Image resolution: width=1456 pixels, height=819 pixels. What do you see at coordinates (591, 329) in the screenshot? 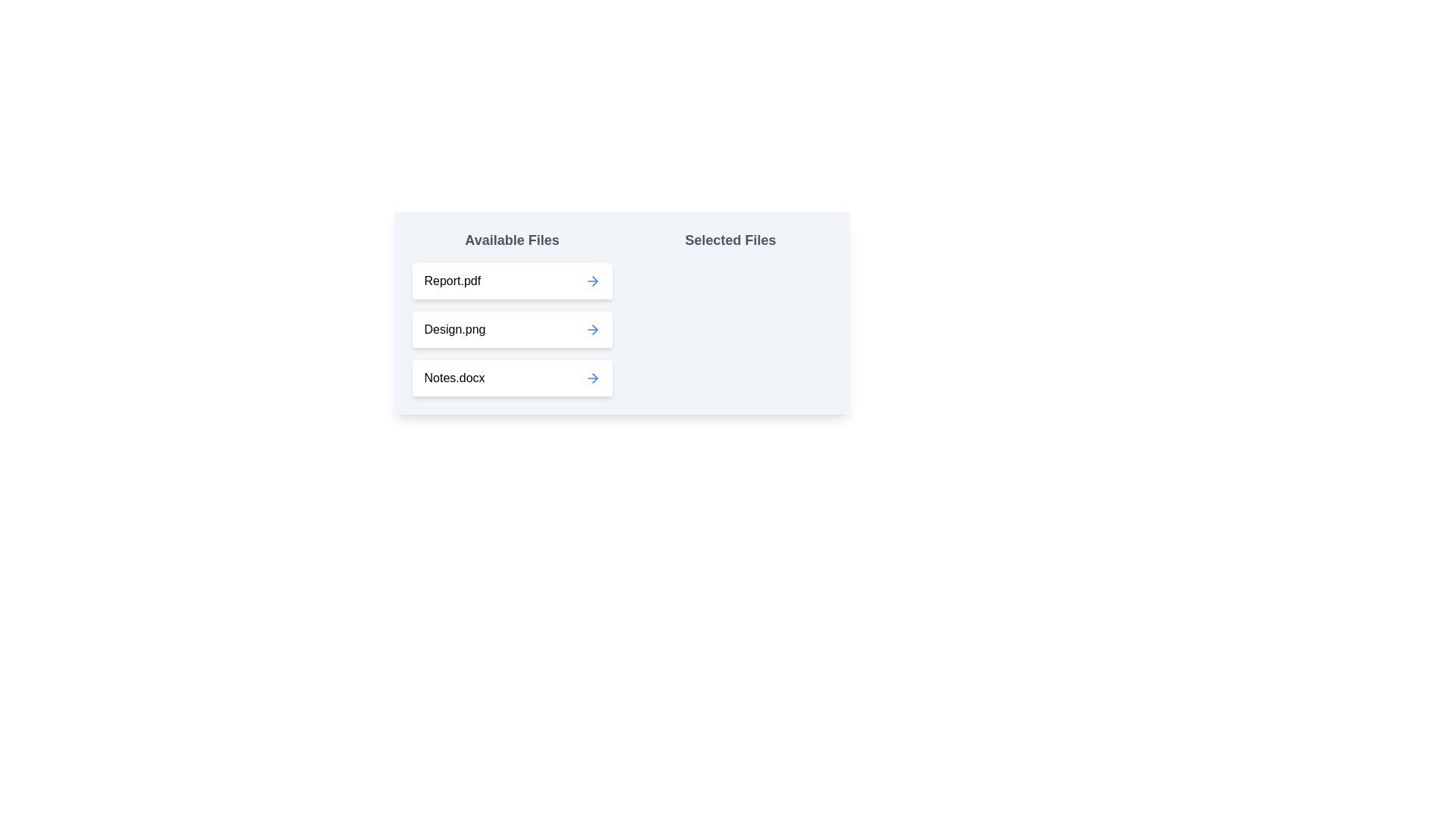
I see `the rightward arrow icon button next to 'Design.png' in the second row of the file list` at bounding box center [591, 329].